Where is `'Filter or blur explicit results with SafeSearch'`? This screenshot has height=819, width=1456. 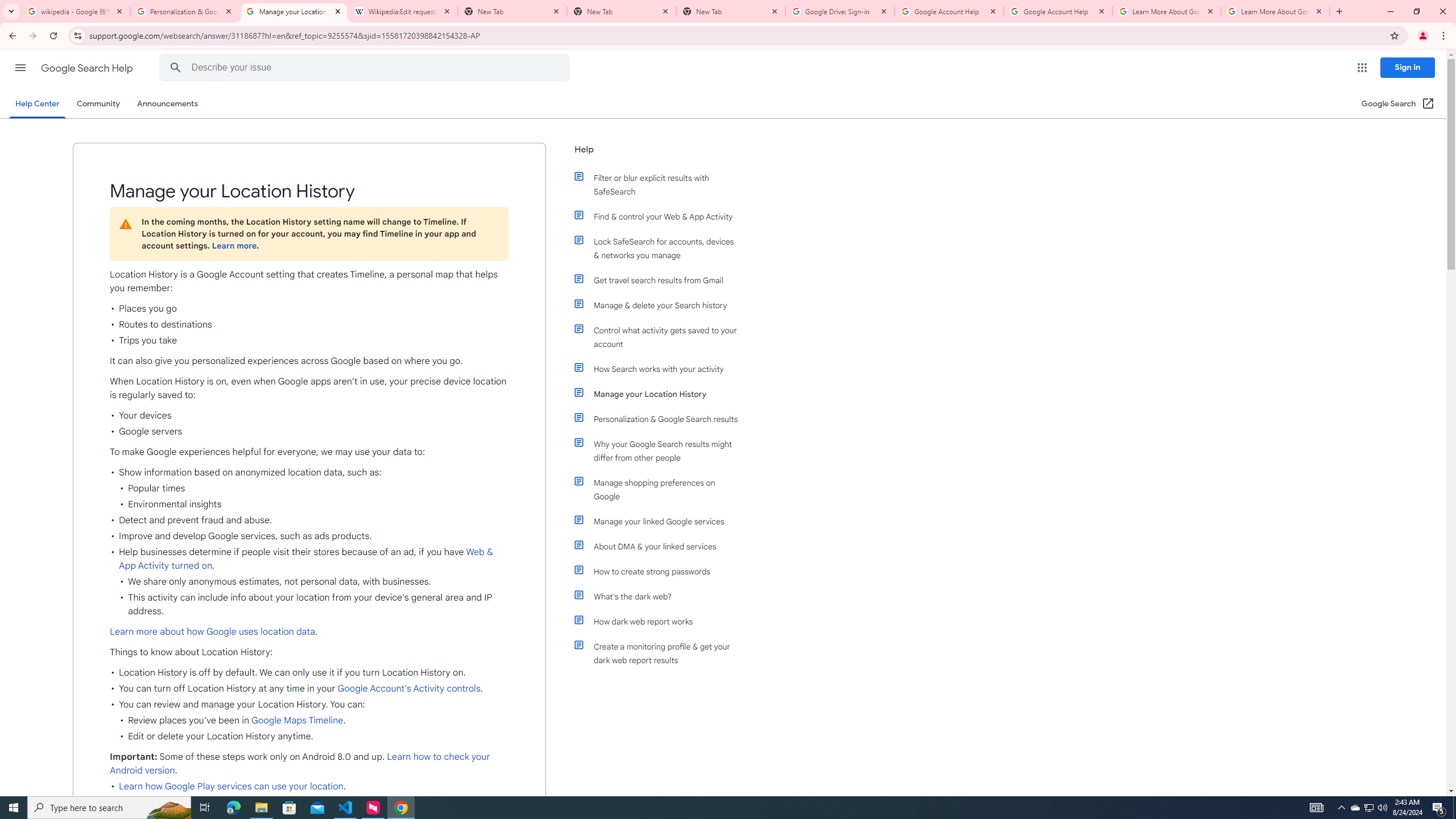
'Filter or blur explicit results with SafeSearch' is located at coordinates (661, 184).